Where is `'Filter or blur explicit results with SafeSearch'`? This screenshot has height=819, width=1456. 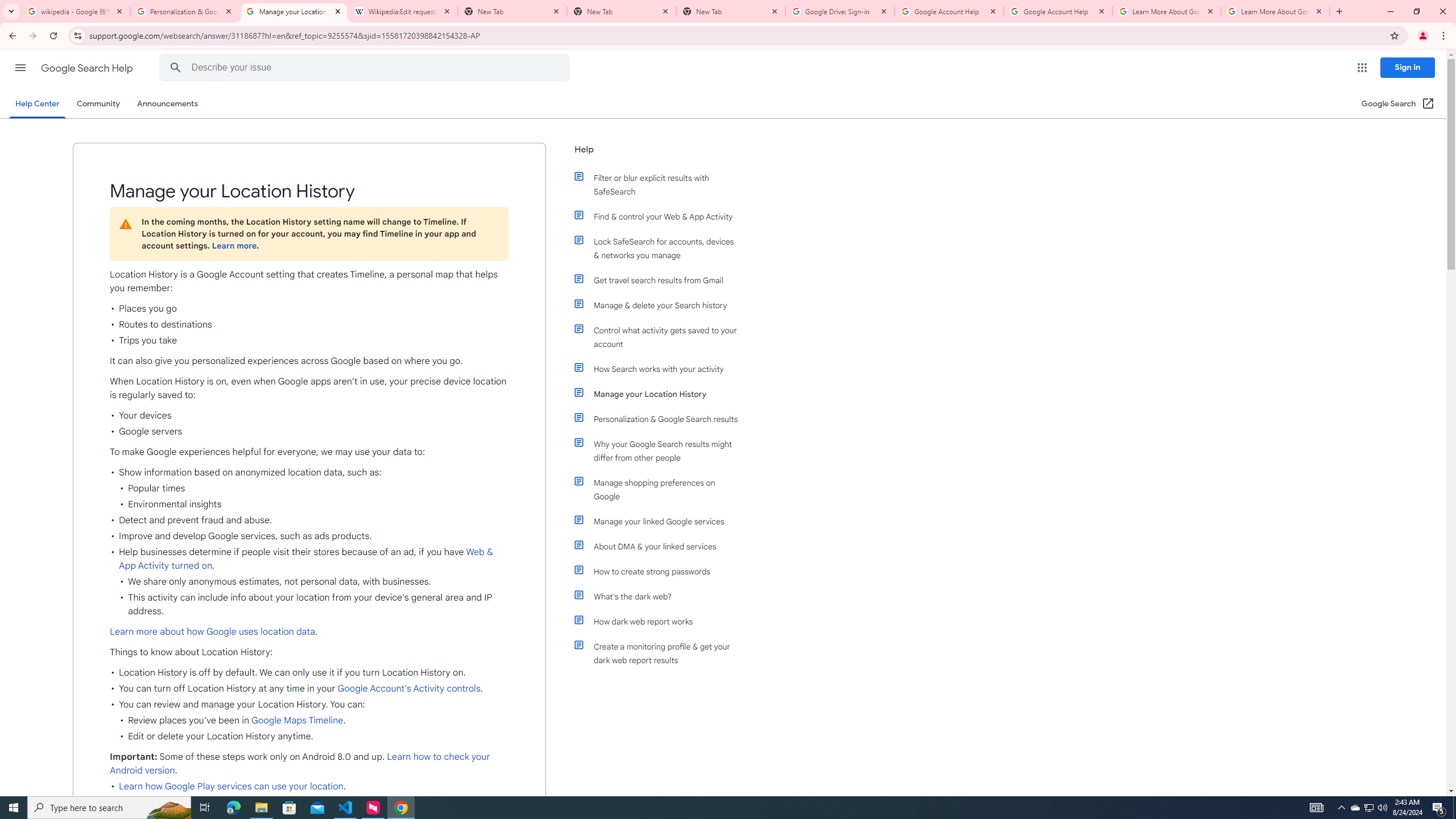
'Filter or blur explicit results with SafeSearch' is located at coordinates (661, 184).